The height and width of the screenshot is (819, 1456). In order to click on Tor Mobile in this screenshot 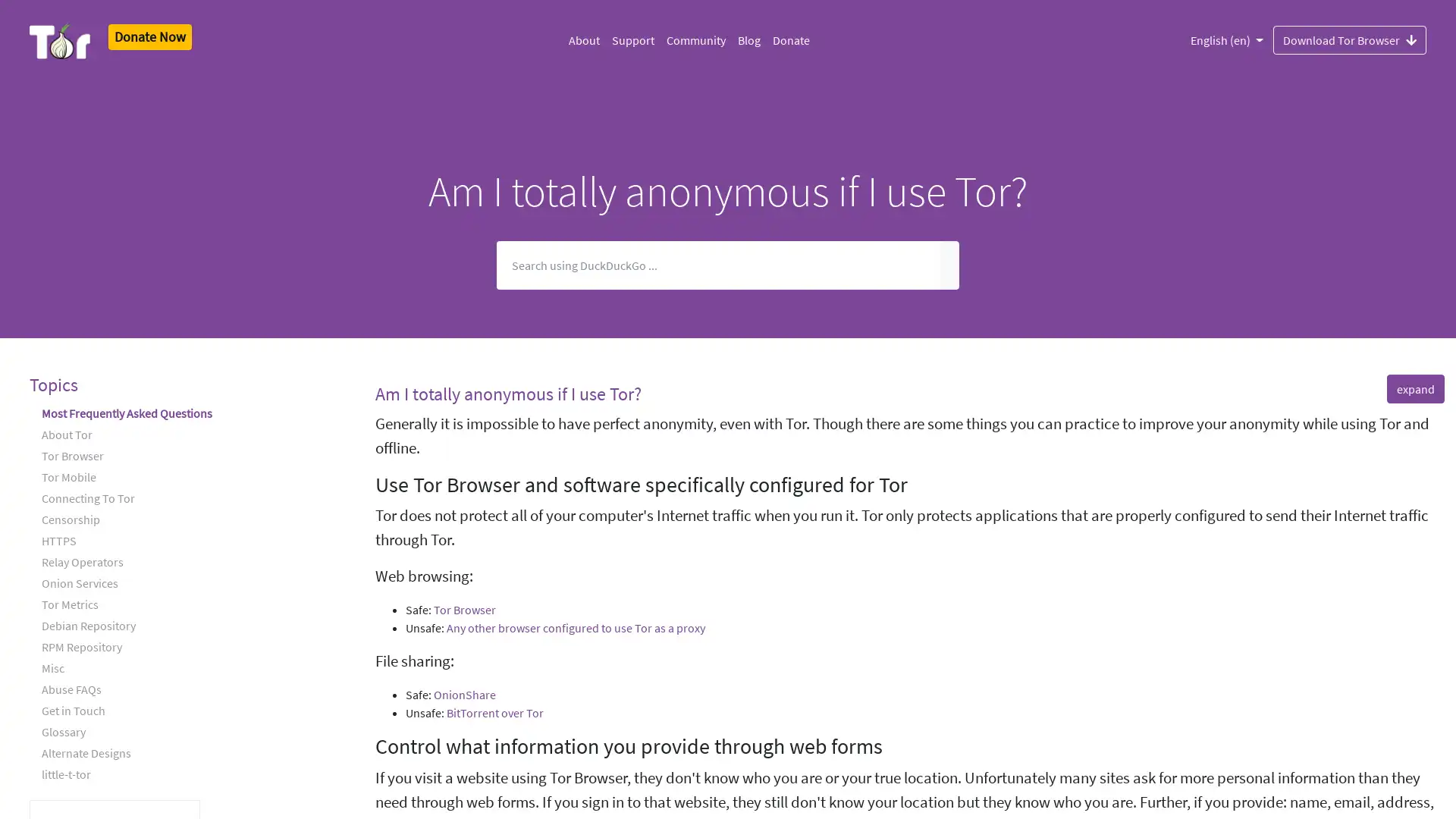, I will do `click(187, 475)`.